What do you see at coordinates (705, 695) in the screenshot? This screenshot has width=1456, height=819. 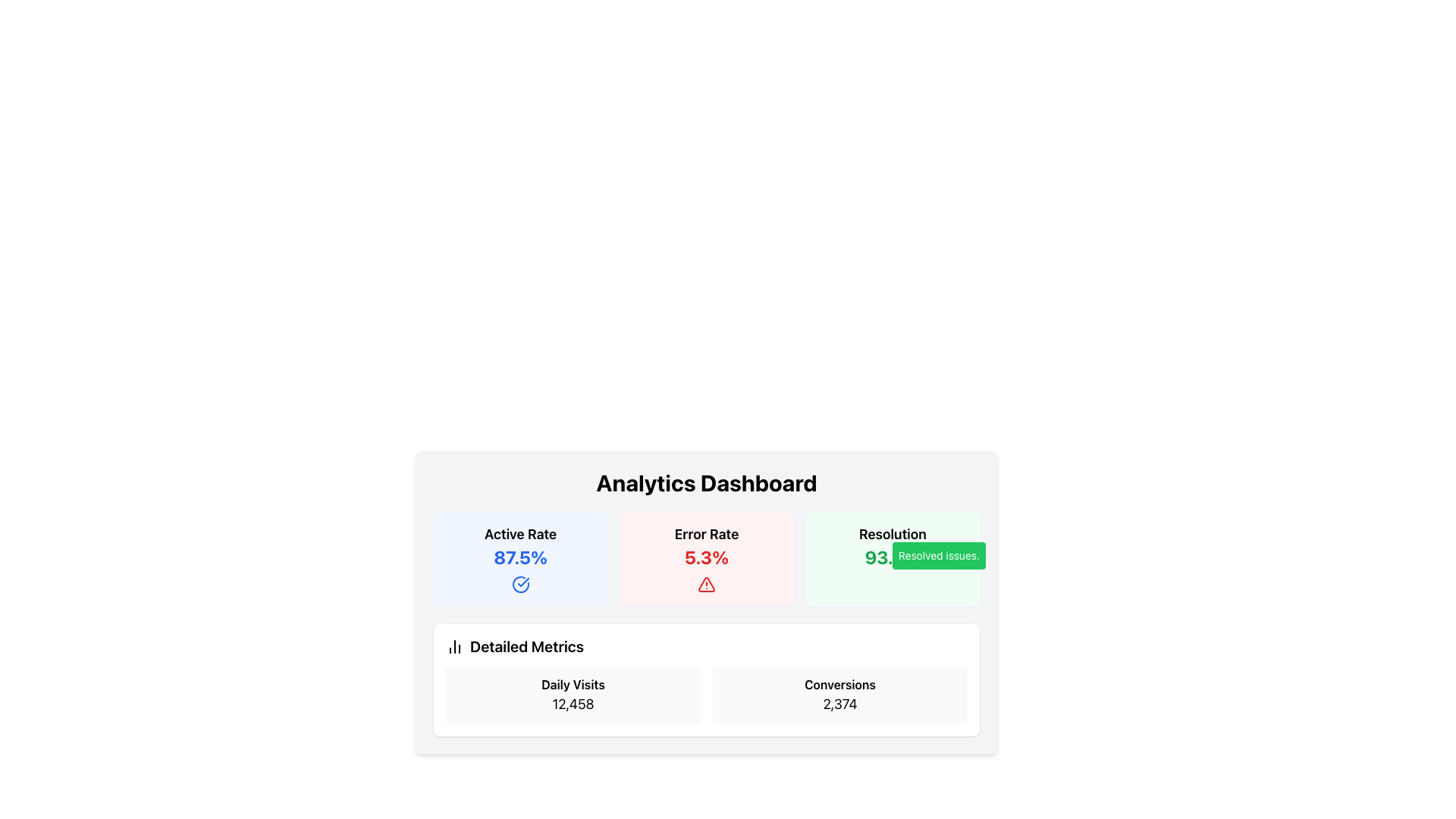 I see `displayed information from the grid layout containing the labels 'Daily Visits' and 'Conversions' with their respective numeric values '12,458' and '2,374' located in the 'Detailed Metrics' section` at bounding box center [705, 695].